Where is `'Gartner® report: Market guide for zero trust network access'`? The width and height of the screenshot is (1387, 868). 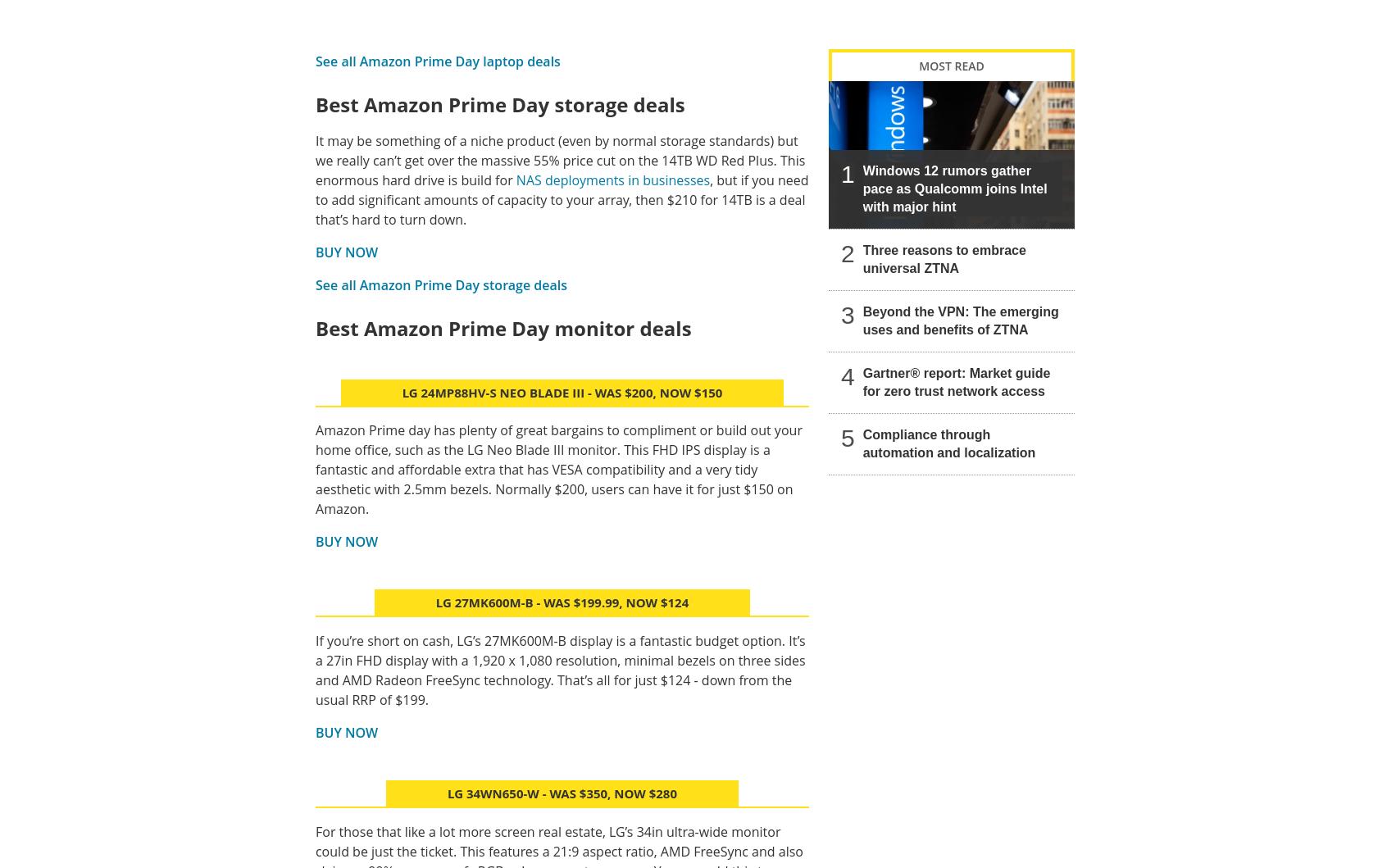
'Gartner® report: Market guide for zero trust network access' is located at coordinates (955, 381).